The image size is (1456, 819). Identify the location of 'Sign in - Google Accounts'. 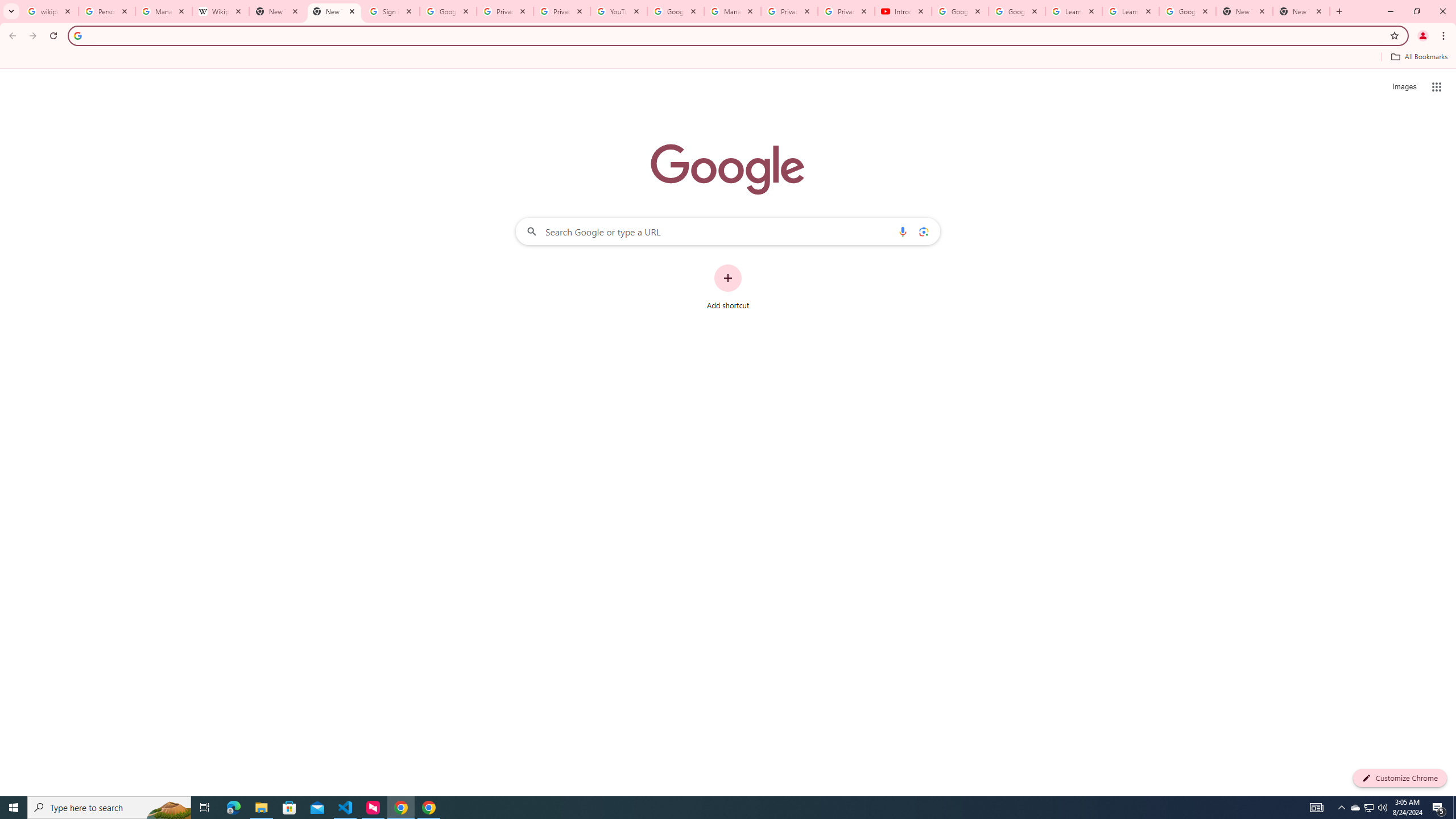
(391, 11).